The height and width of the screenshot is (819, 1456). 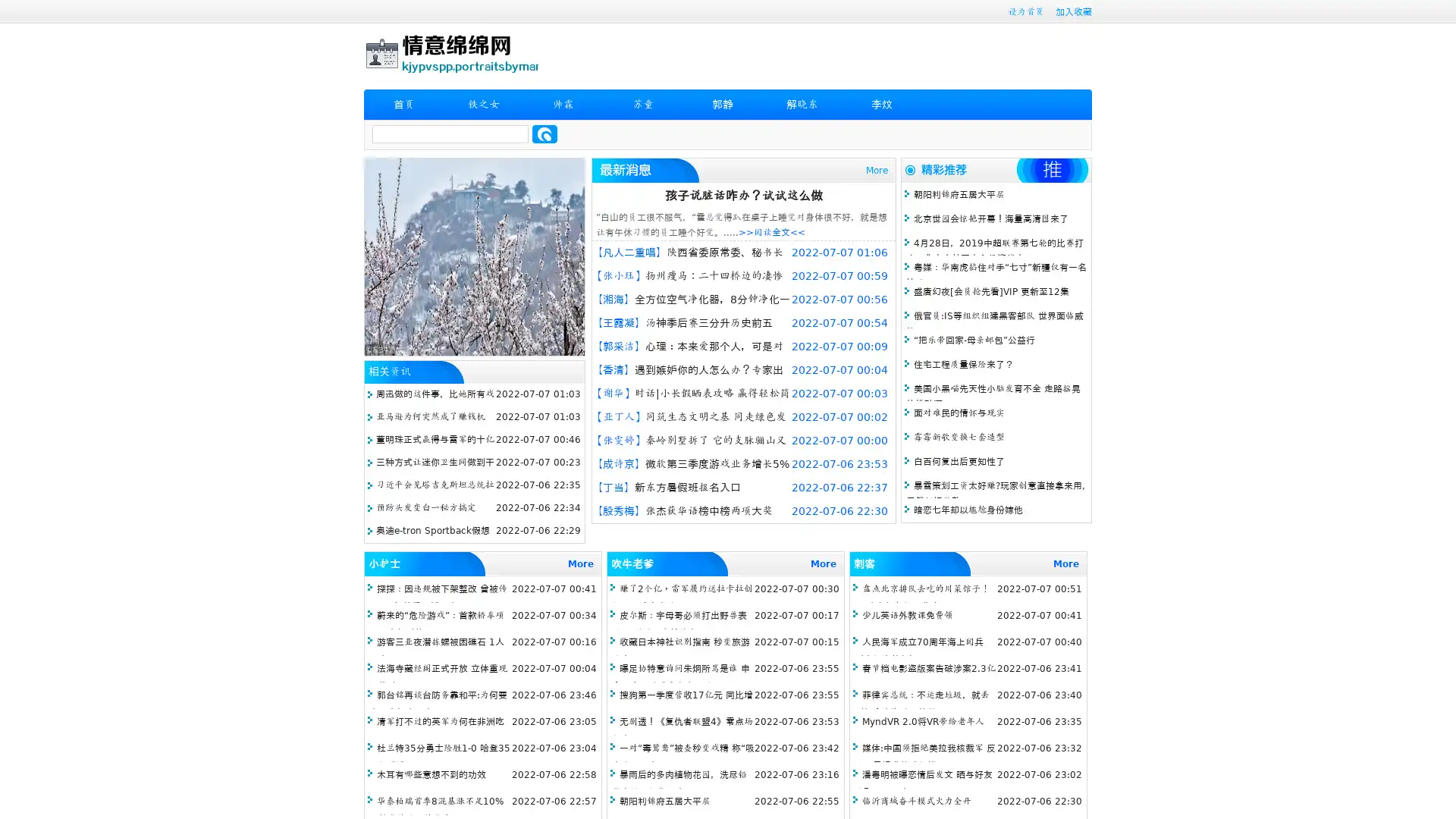 I want to click on Search, so click(x=544, y=133).